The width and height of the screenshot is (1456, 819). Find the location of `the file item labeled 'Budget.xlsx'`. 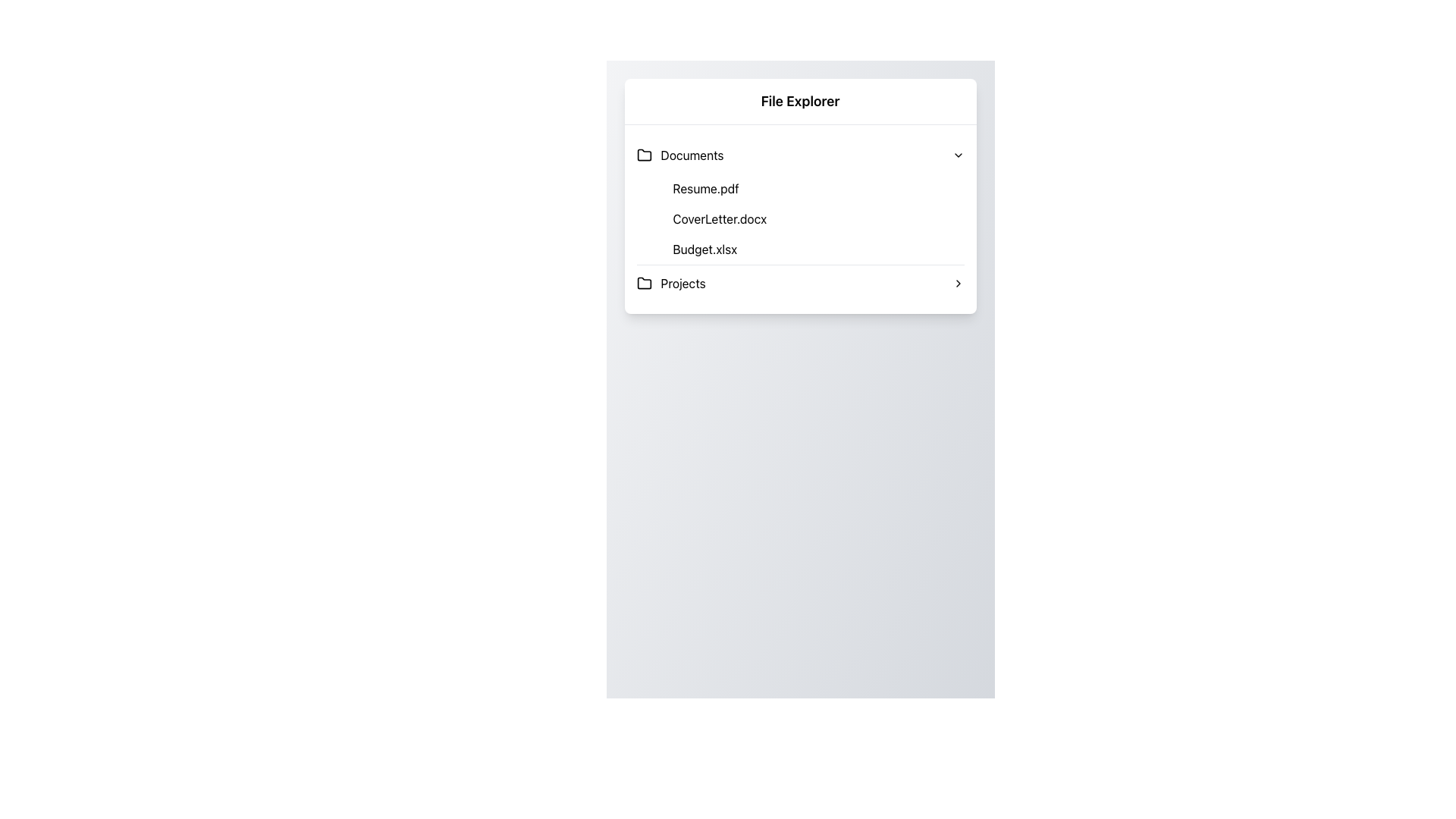

the file item labeled 'Budget.xlsx' is located at coordinates (811, 248).